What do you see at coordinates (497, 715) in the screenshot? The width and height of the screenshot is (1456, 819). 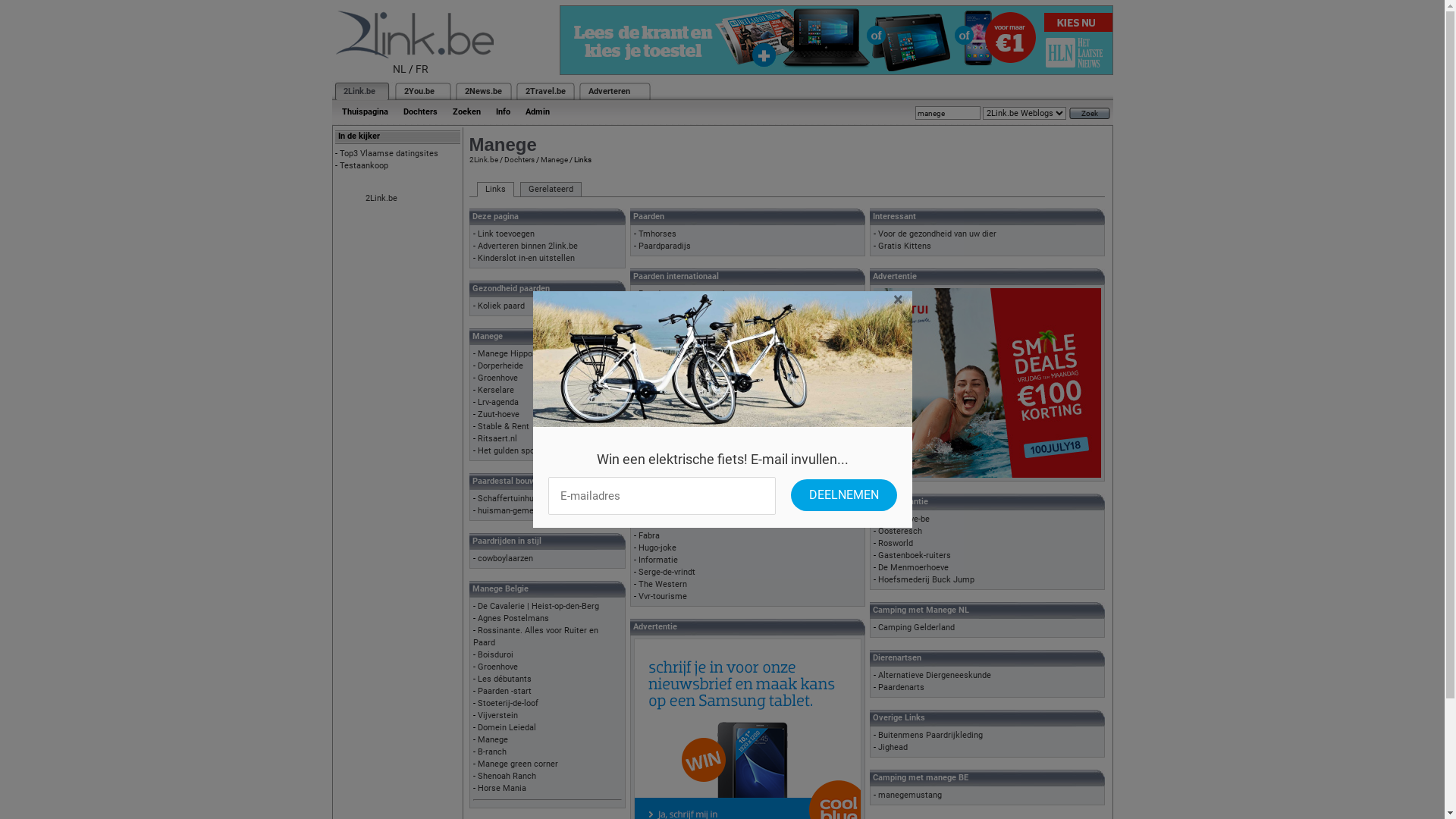 I see `'Vijverstein'` at bounding box center [497, 715].